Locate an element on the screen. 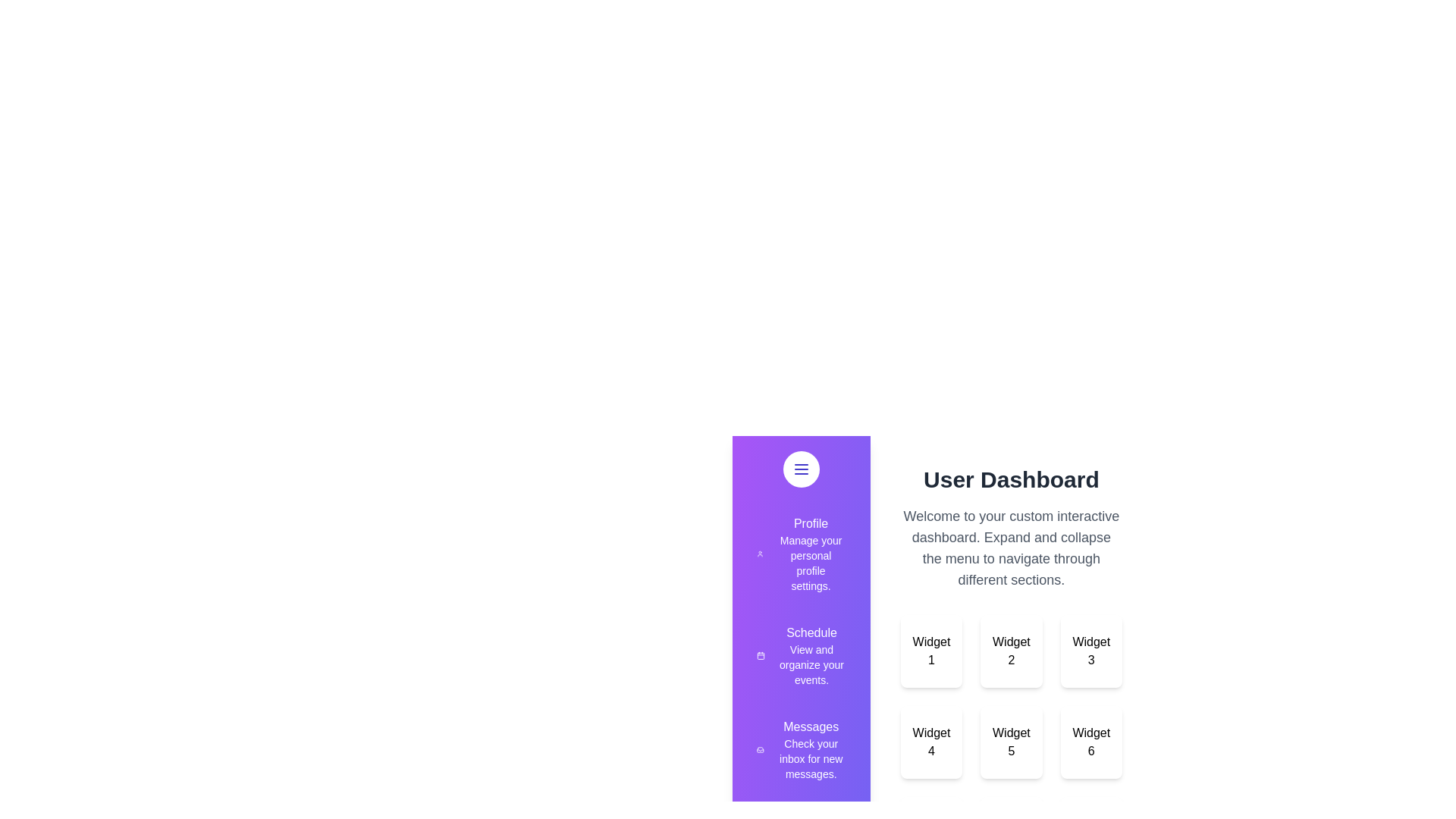 This screenshot has height=819, width=1456. the drawer item labeled 'Profile' to observe its hover effect is located at coordinates (800, 554).